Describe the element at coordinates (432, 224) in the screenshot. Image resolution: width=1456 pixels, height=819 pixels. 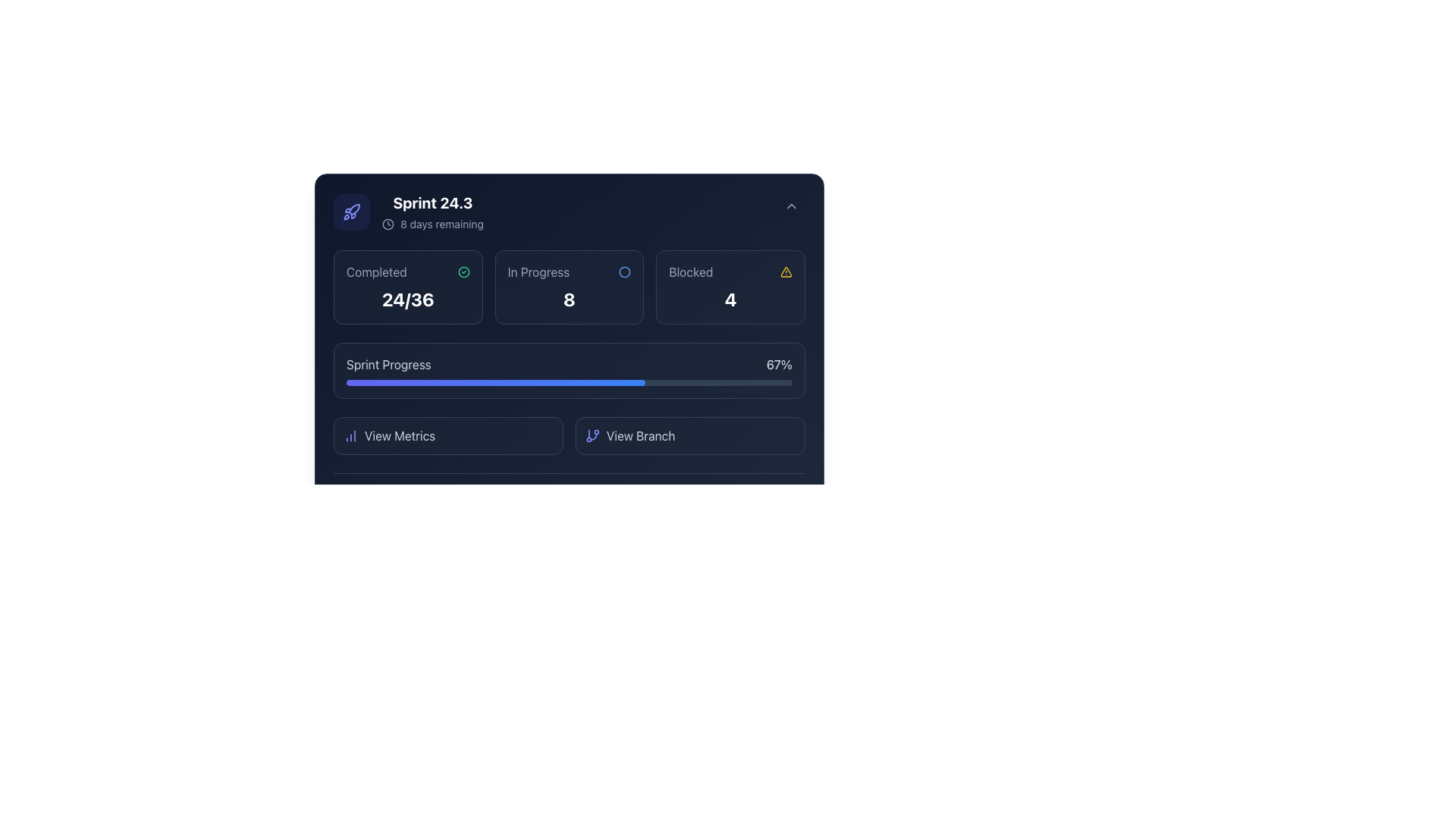
I see `the inline informational text featuring a clock icon and the text '8 days remaining', positioned below the title 'Sprint 24.3'` at that location.